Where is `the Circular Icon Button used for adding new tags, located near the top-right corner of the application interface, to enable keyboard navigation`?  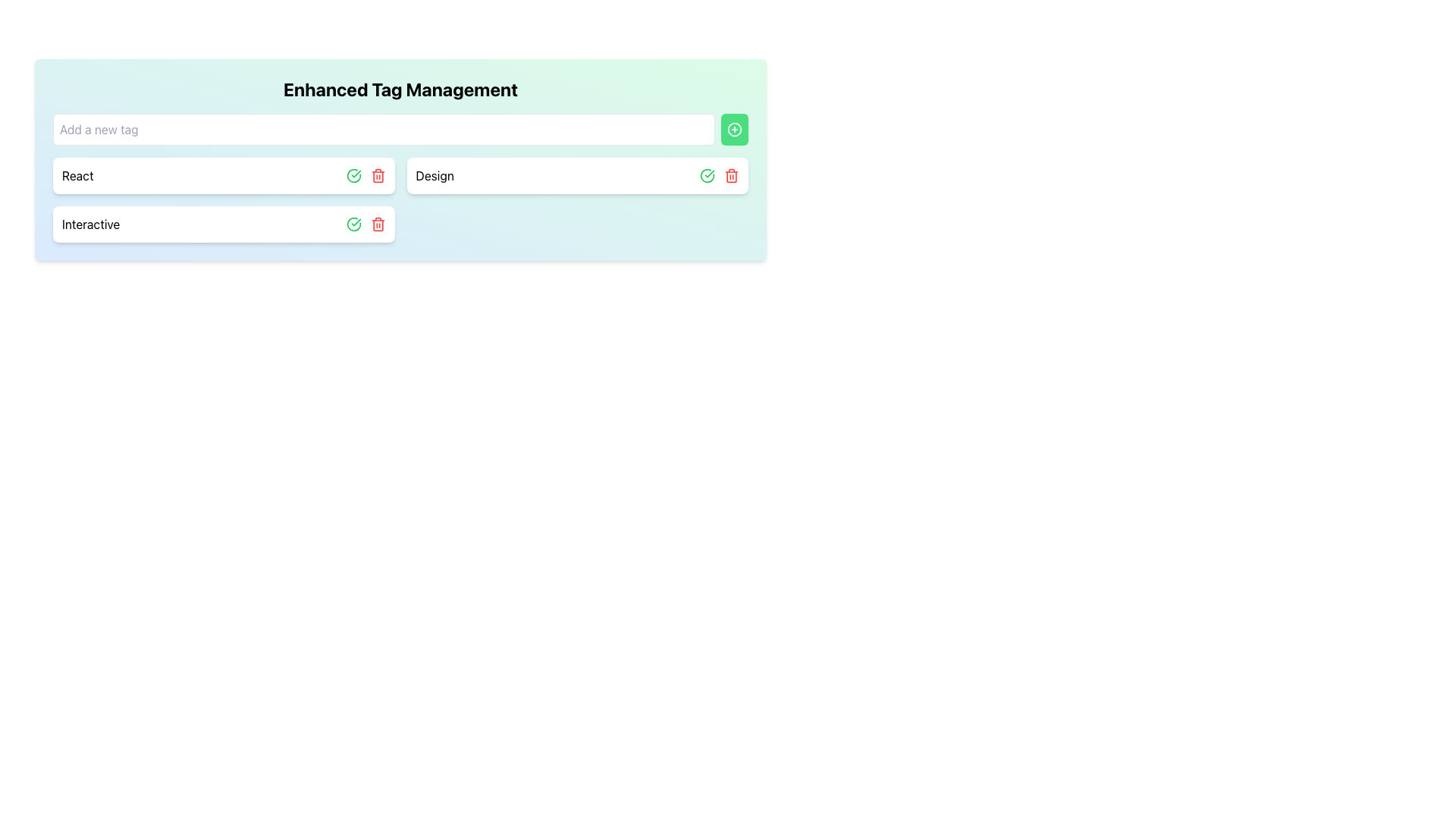
the Circular Icon Button used for adding new tags, located near the top-right corner of the application interface, to enable keyboard navigation is located at coordinates (735, 128).